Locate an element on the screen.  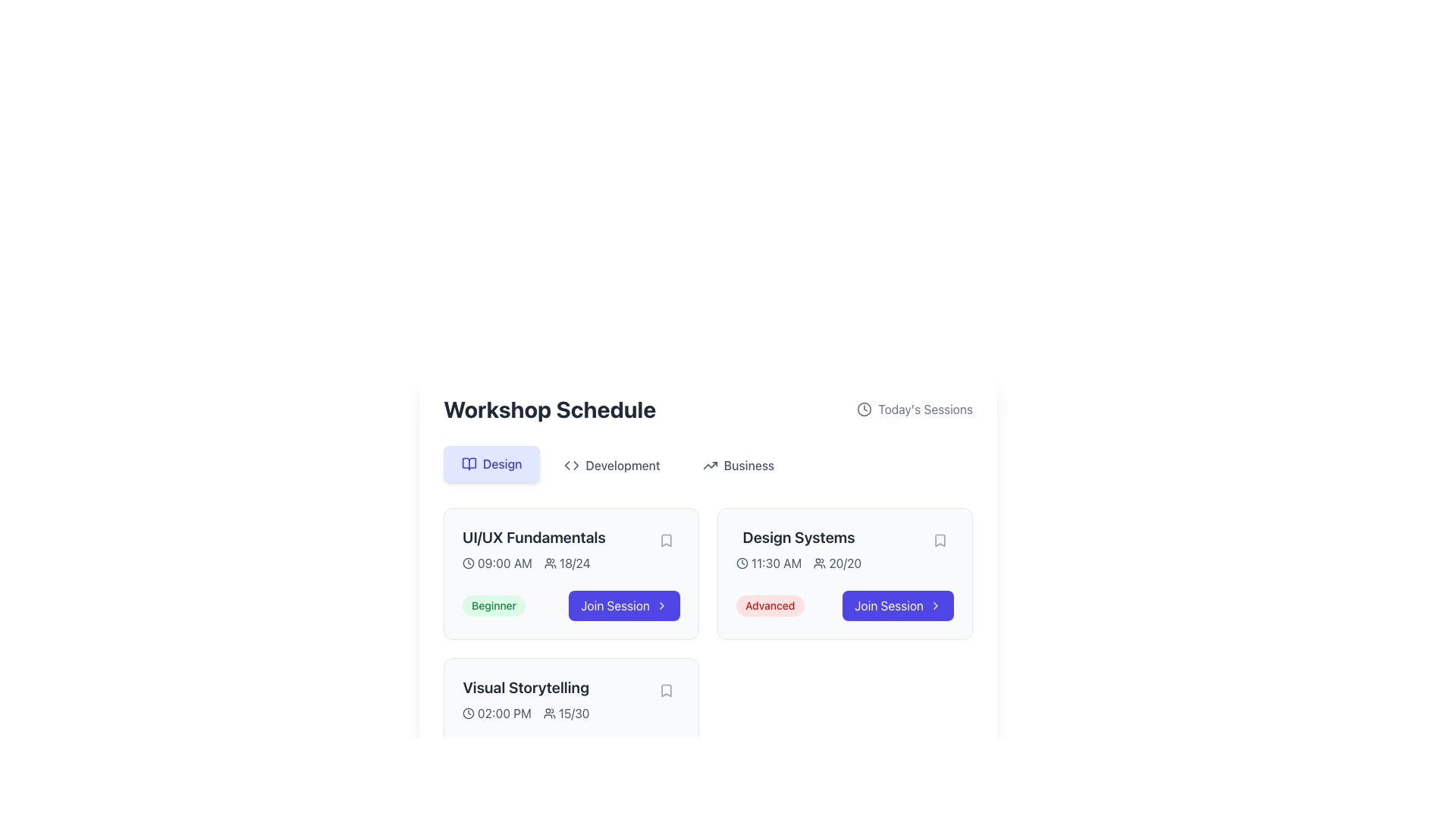
the 'Join Session' button located at the bottom of the 'UI/UX Fundamentals' section, which features a light green label reading 'Beginner' and a blue rectangular button with a right arrow icon is located at coordinates (570, 604).